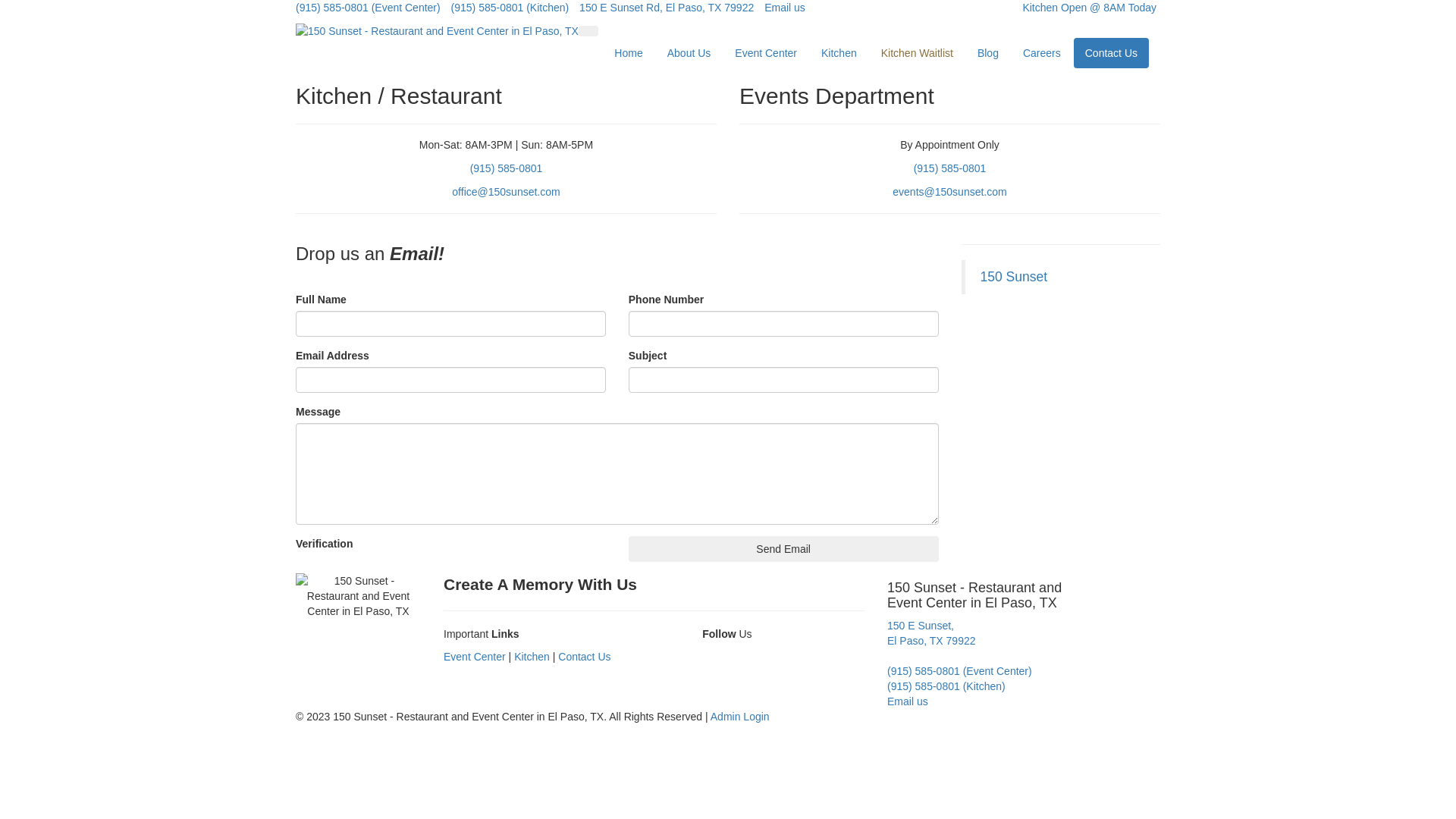  What do you see at coordinates (469, 168) in the screenshot?
I see `'(915) 585-0801'` at bounding box center [469, 168].